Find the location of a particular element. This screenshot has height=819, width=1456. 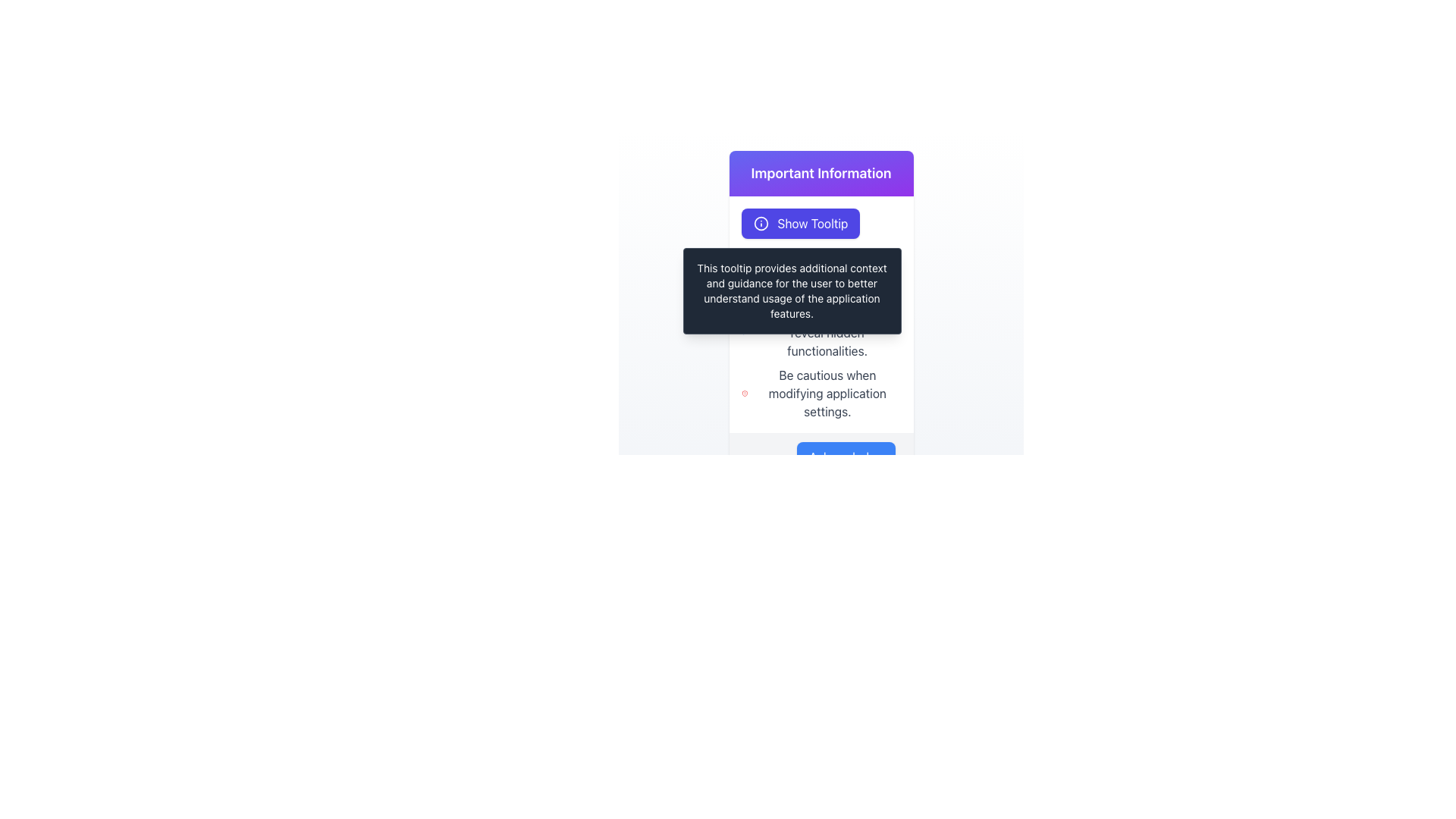

the centrally positioned text label that serves as a header or title in the rectangular header section with a gradient background is located at coordinates (821, 172).